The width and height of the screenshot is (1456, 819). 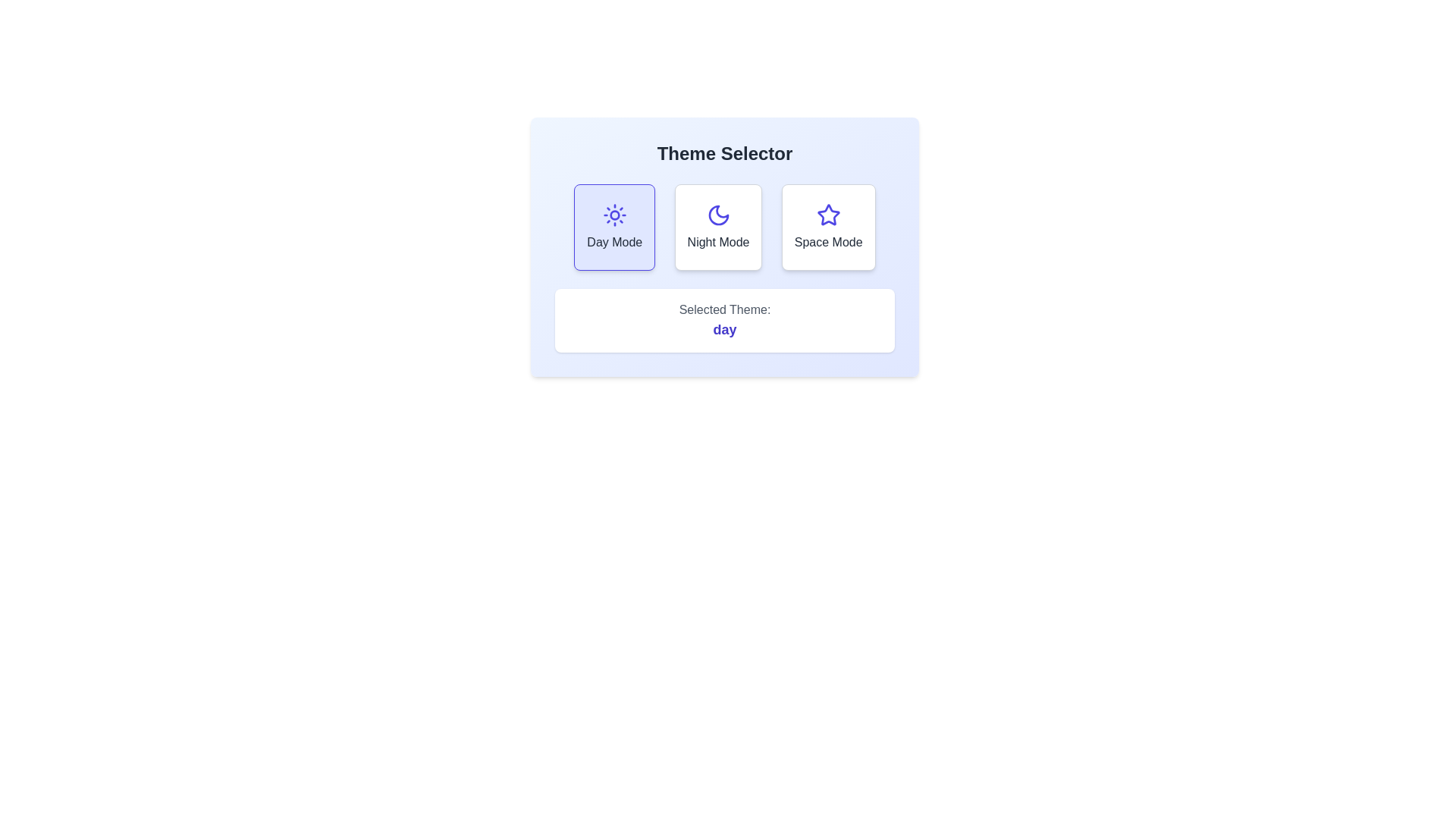 I want to click on the 'Day Mode' button, which is the first button in the 'Theme Selector' panel, so click(x=614, y=227).